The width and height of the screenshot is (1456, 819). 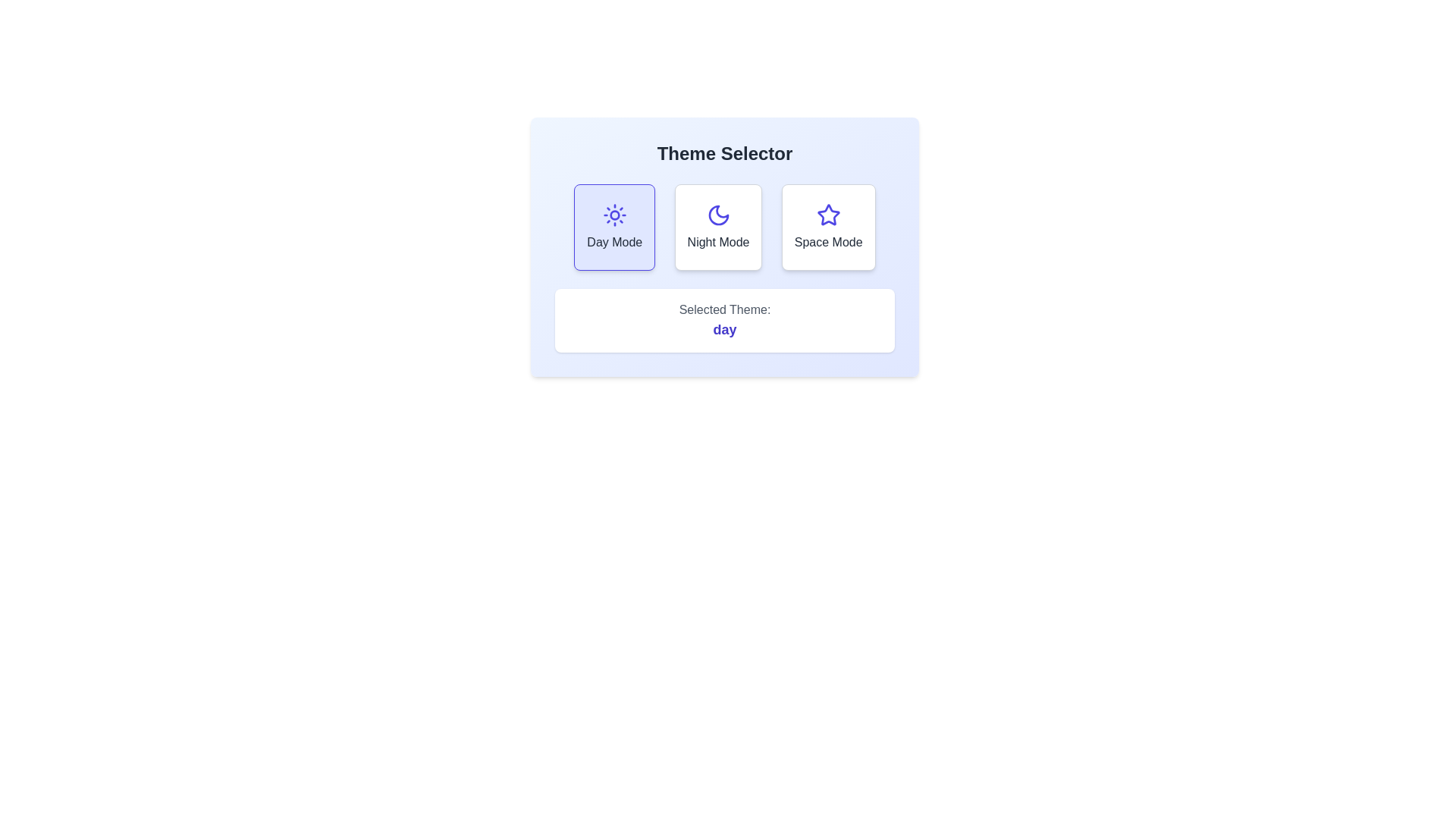 I want to click on the 'Day Mode' button, which is the first button in the 'Theme Selector' panel, so click(x=614, y=227).